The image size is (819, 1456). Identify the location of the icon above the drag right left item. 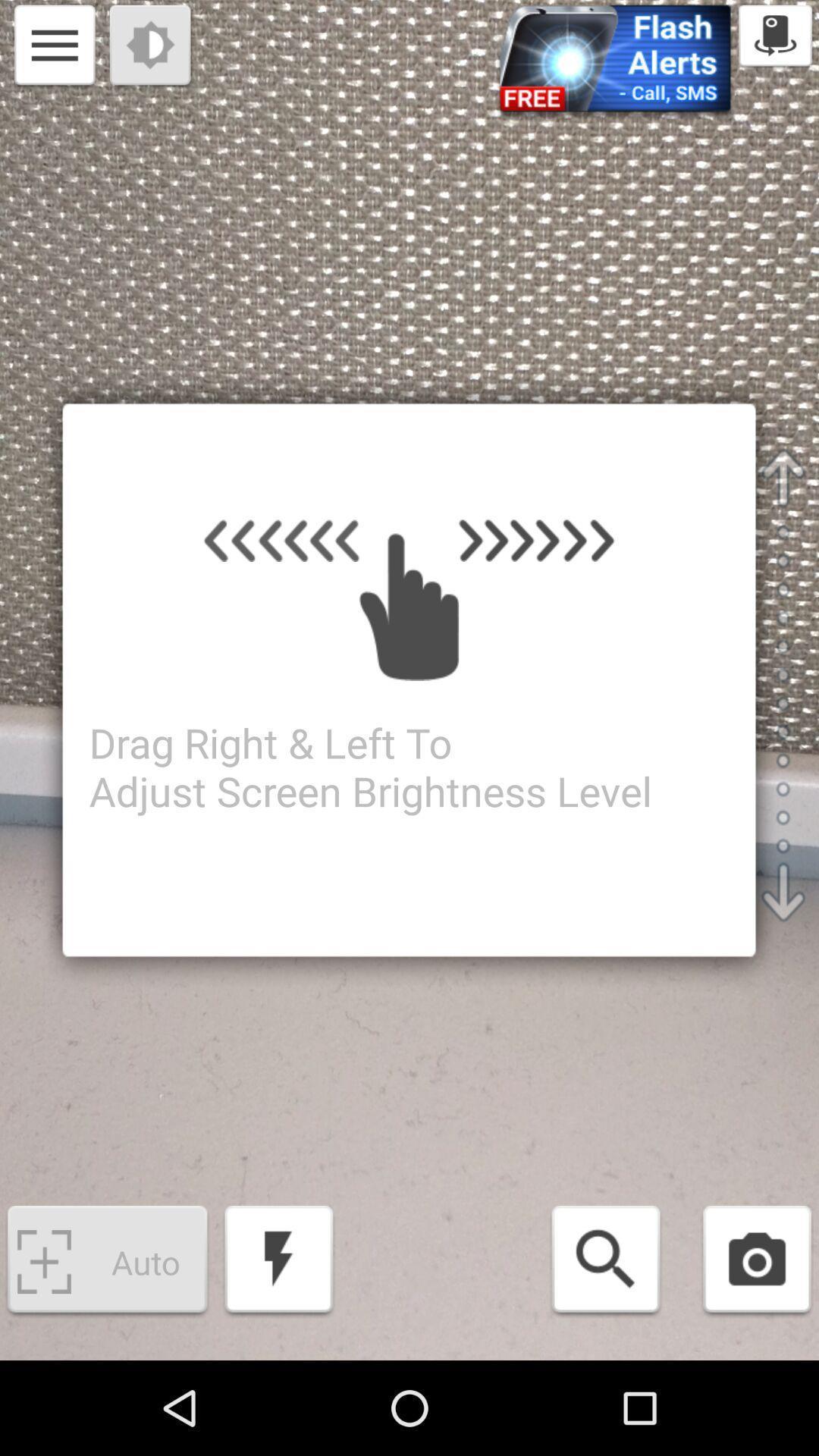
(152, 47).